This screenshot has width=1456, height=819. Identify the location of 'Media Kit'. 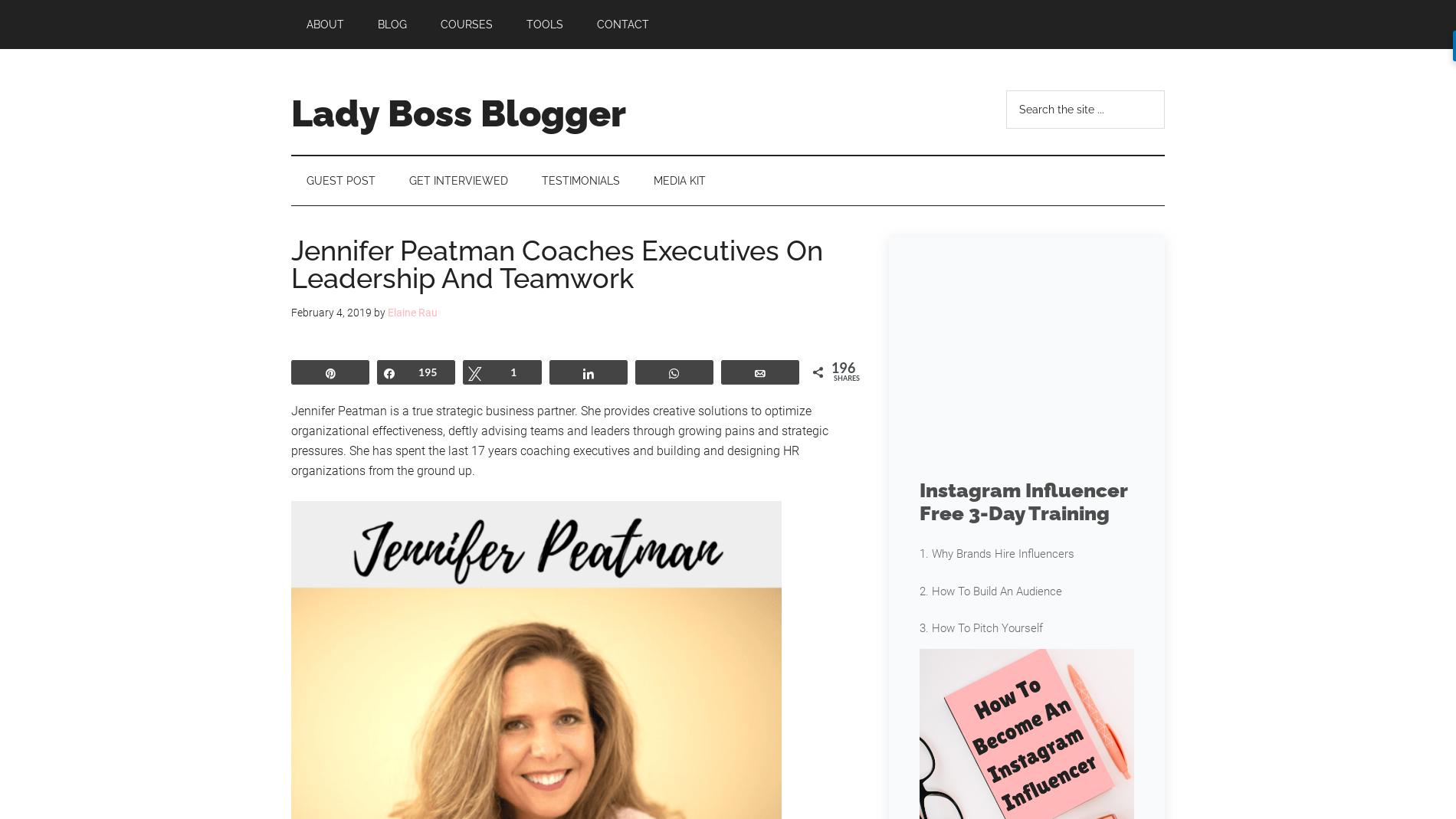
(678, 180).